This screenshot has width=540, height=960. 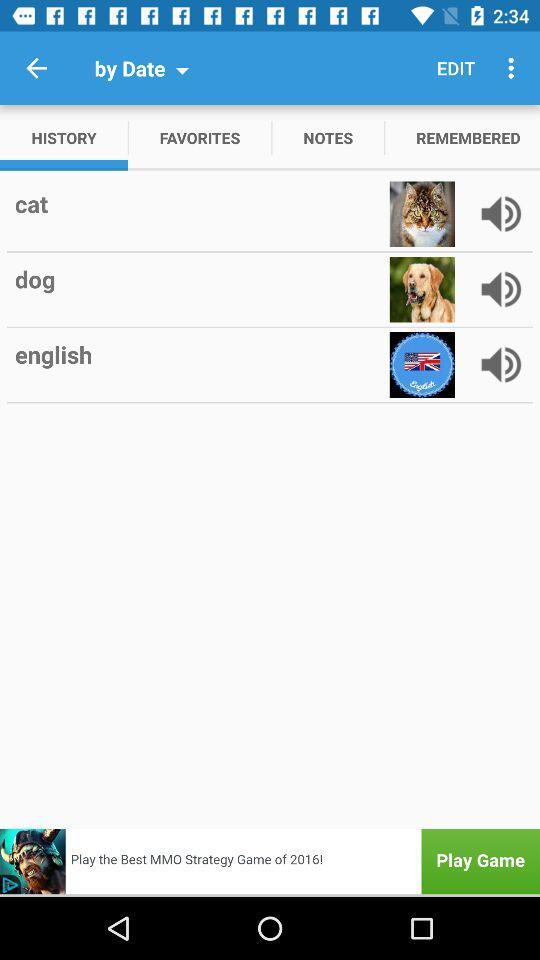 What do you see at coordinates (500, 214) in the screenshot?
I see `speaker` at bounding box center [500, 214].